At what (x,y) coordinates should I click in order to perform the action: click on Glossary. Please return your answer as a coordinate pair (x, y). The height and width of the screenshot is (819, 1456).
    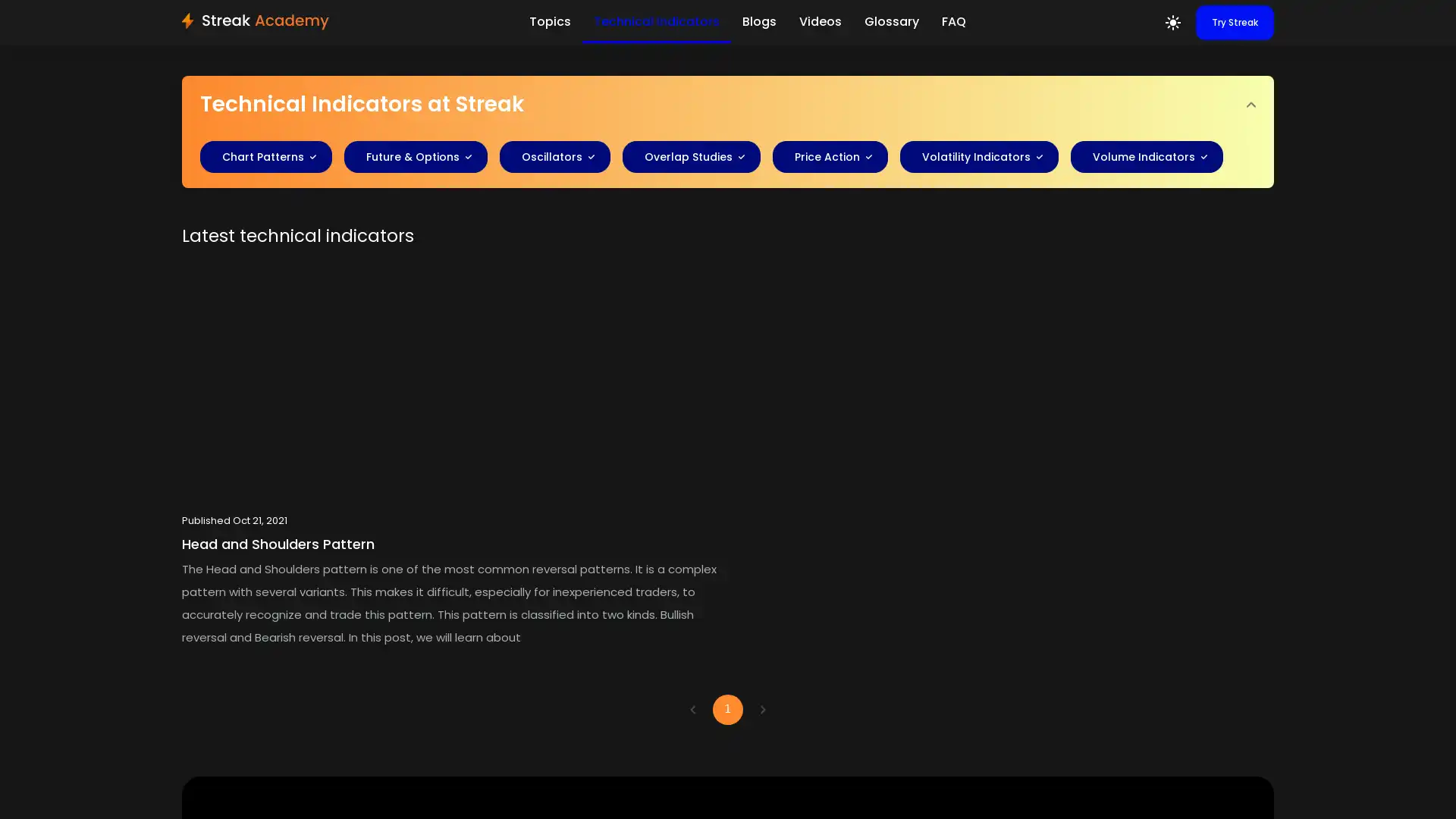
    Looking at the image, I should click on (891, 20).